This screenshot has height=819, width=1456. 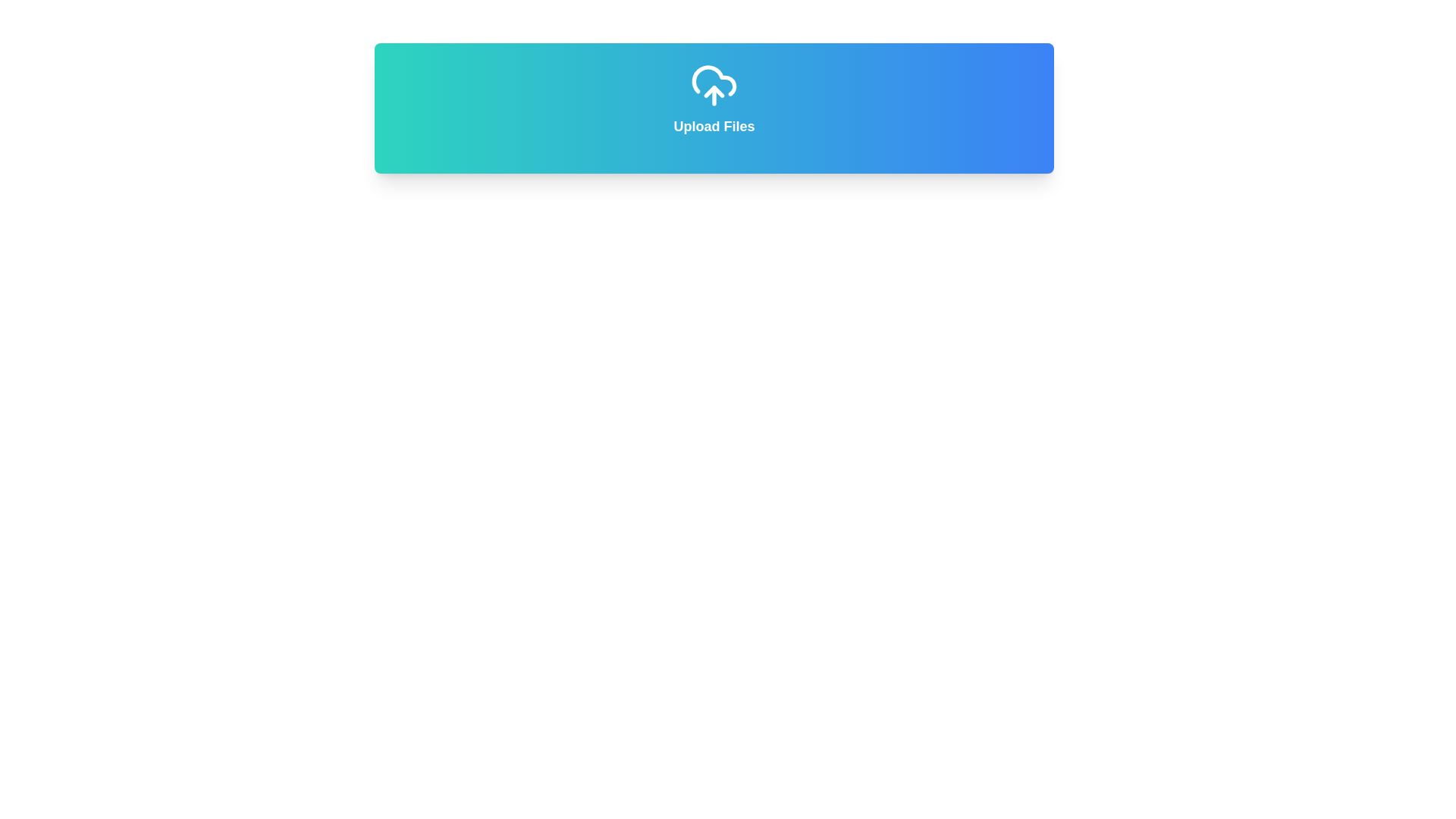 What do you see at coordinates (713, 125) in the screenshot?
I see `the static text label that reads 'Upload Files', which is styled in bold font and located centrally beneath an upload icon within a gradient blue header` at bounding box center [713, 125].